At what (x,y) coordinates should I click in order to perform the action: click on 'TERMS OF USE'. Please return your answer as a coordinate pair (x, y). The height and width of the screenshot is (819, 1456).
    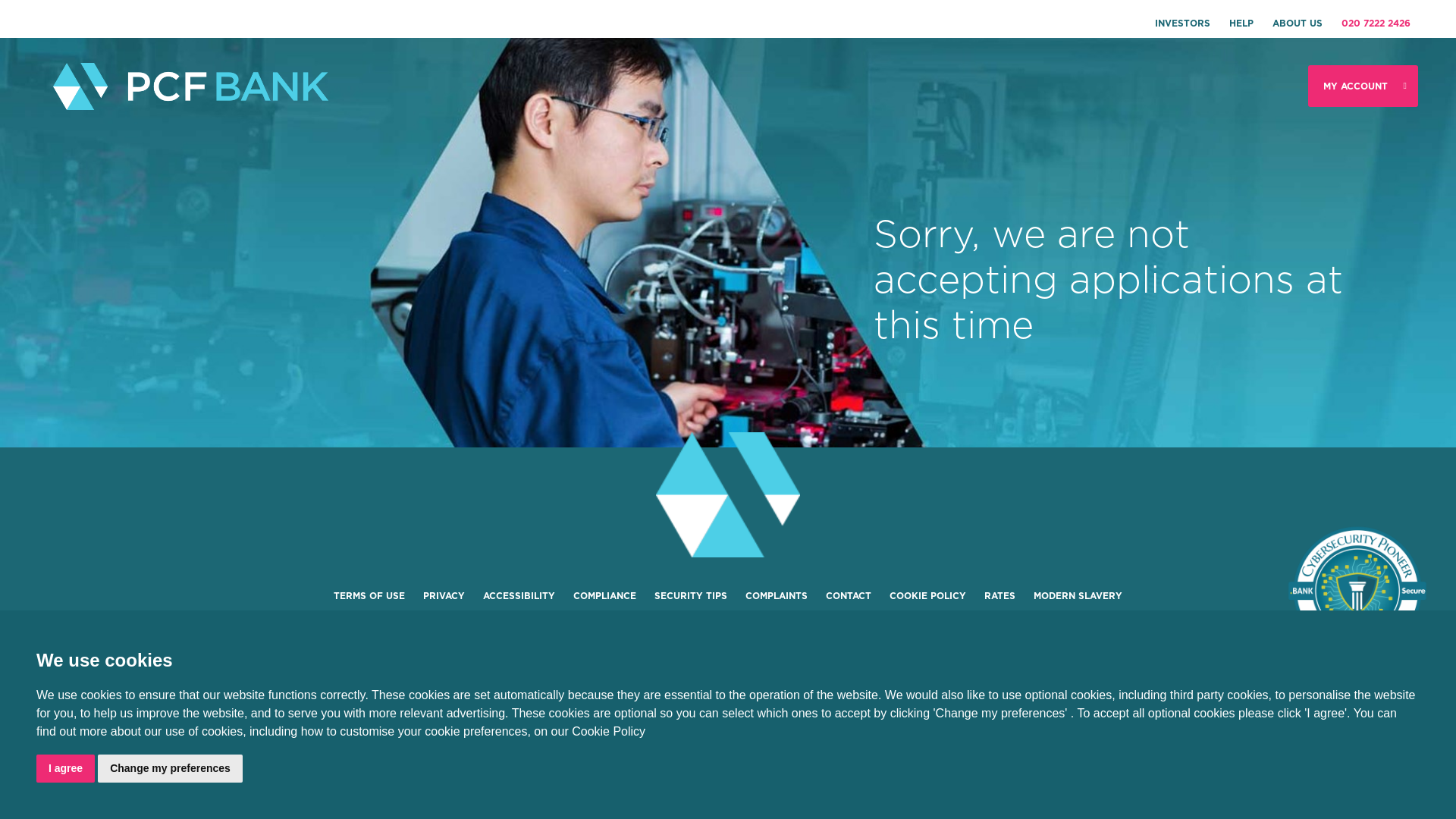
    Looking at the image, I should click on (369, 595).